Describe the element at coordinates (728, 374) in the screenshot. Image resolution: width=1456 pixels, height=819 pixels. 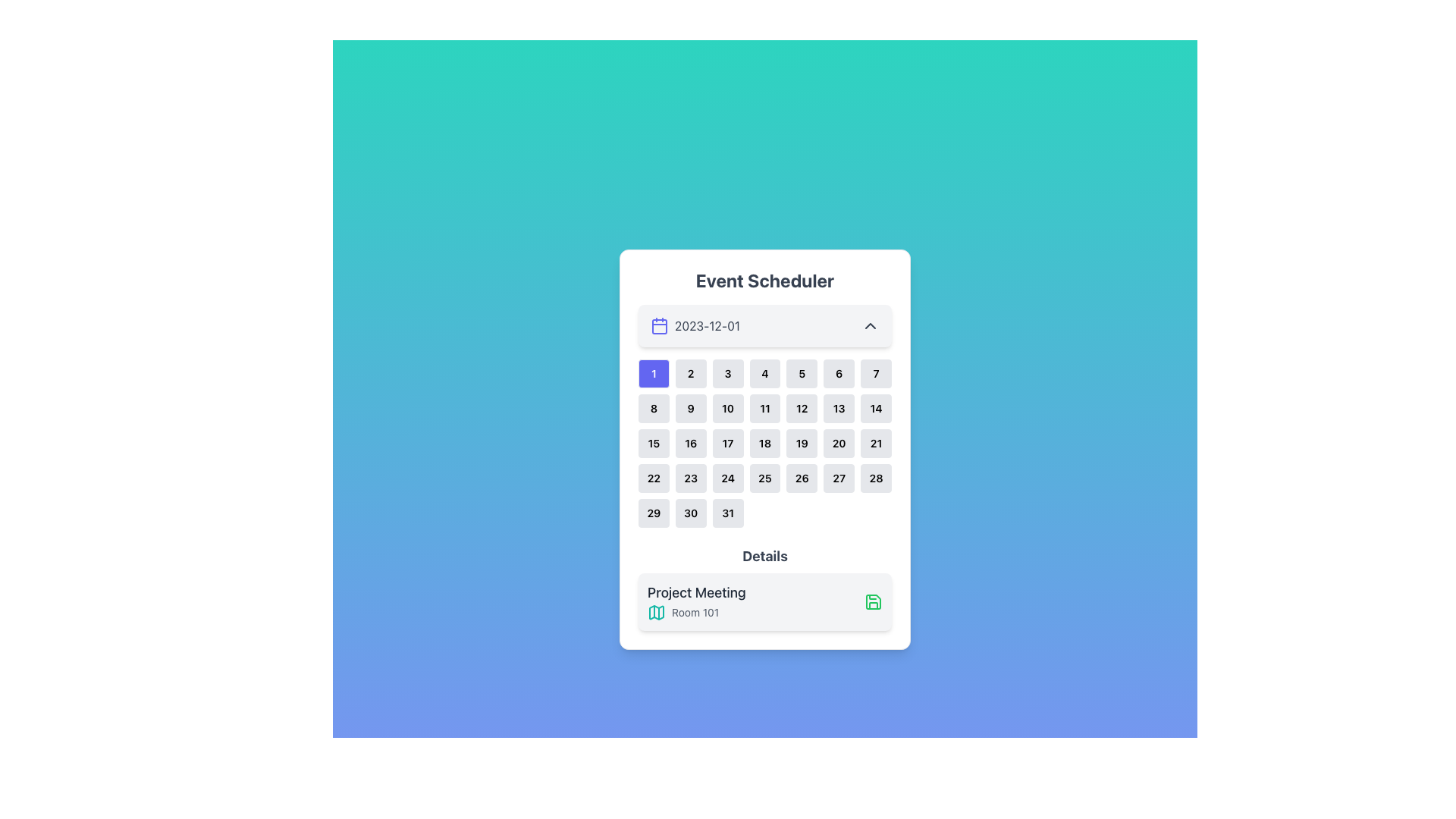
I see `the small square button with the text '3' in the center, located in the first row, third column of the calendar grid` at that location.